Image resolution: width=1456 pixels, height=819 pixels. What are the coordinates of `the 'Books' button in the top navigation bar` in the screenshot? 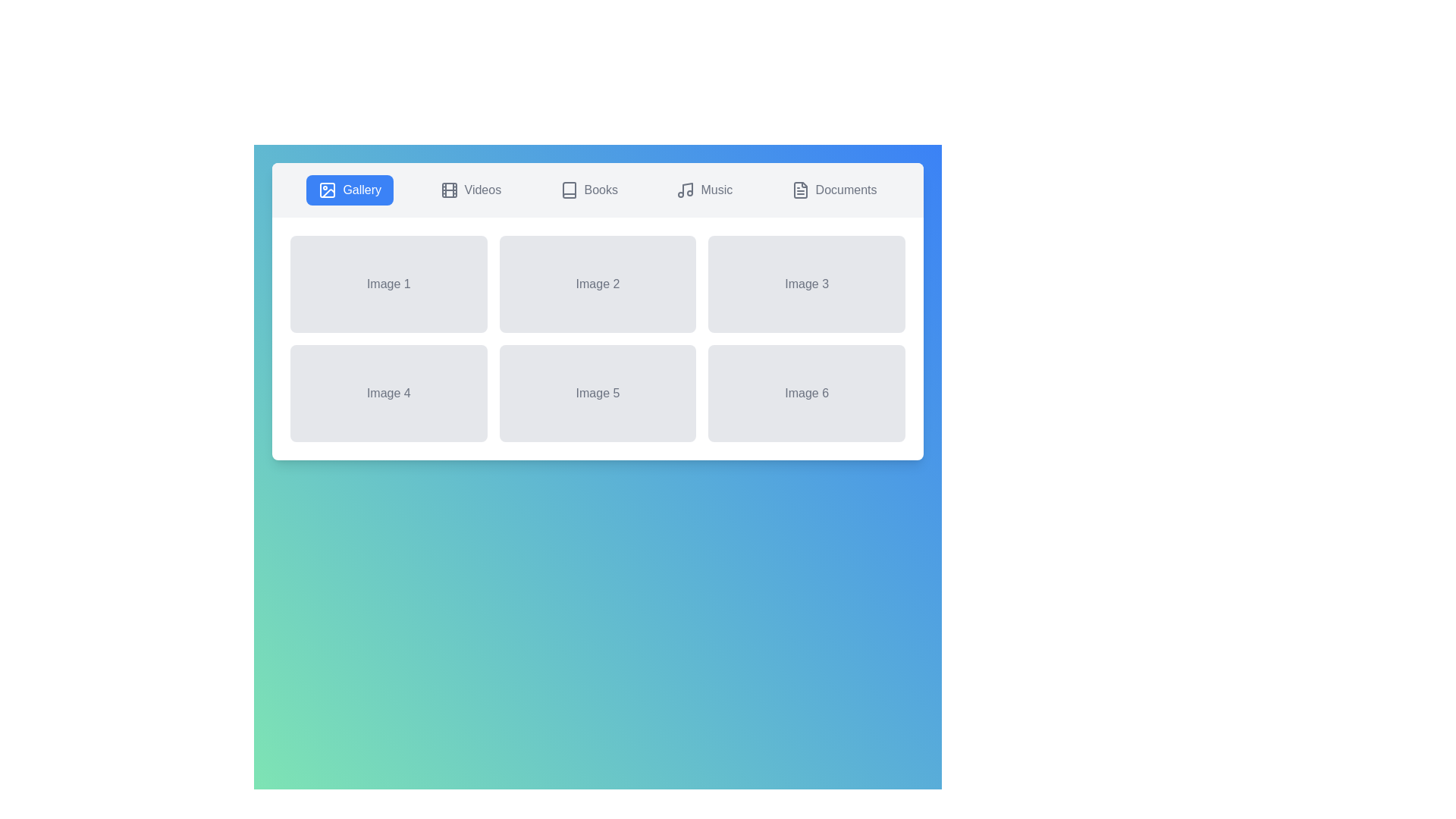 It's located at (568, 189).